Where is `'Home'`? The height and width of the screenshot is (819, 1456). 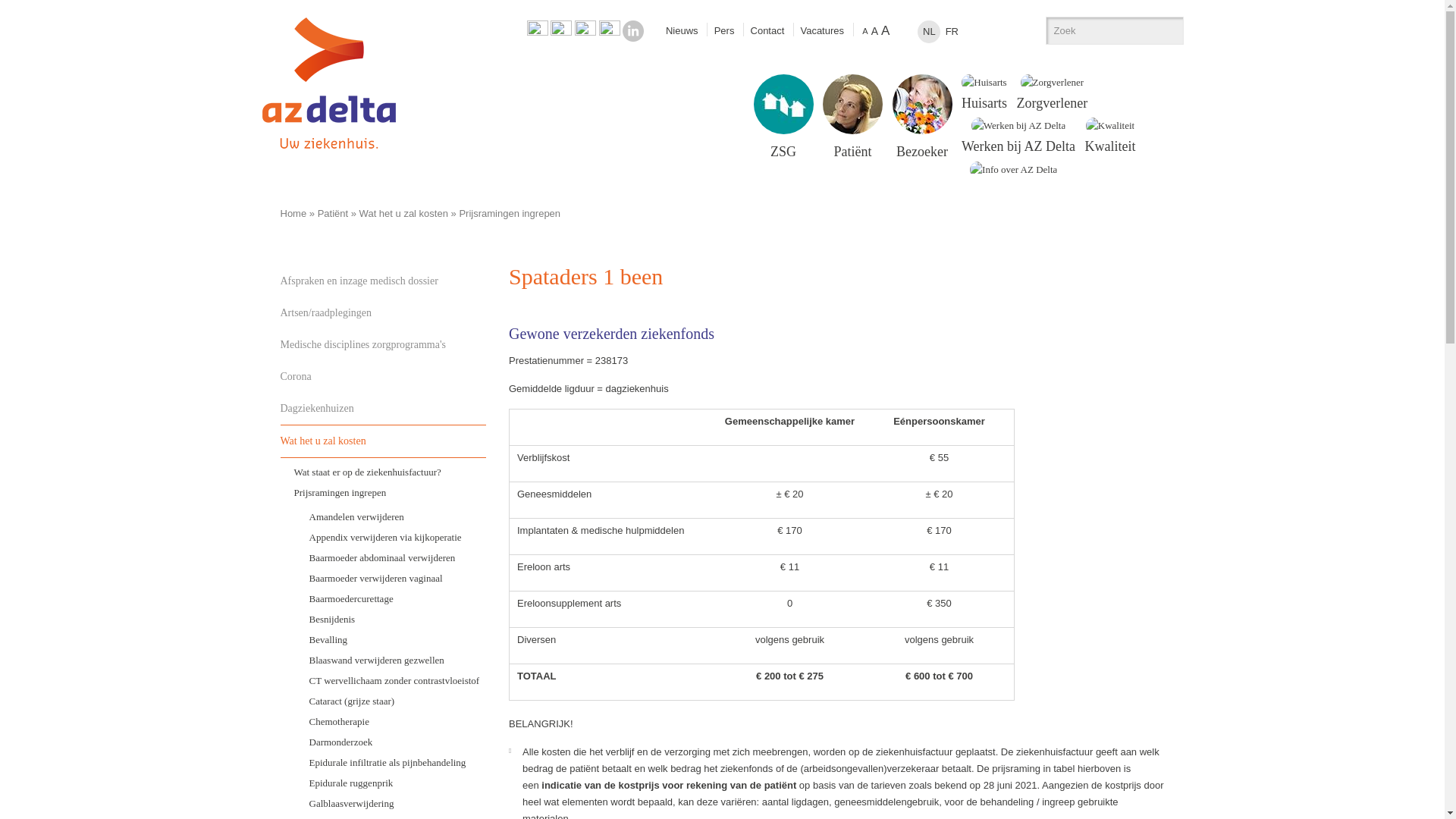
'Home' is located at coordinates (293, 213).